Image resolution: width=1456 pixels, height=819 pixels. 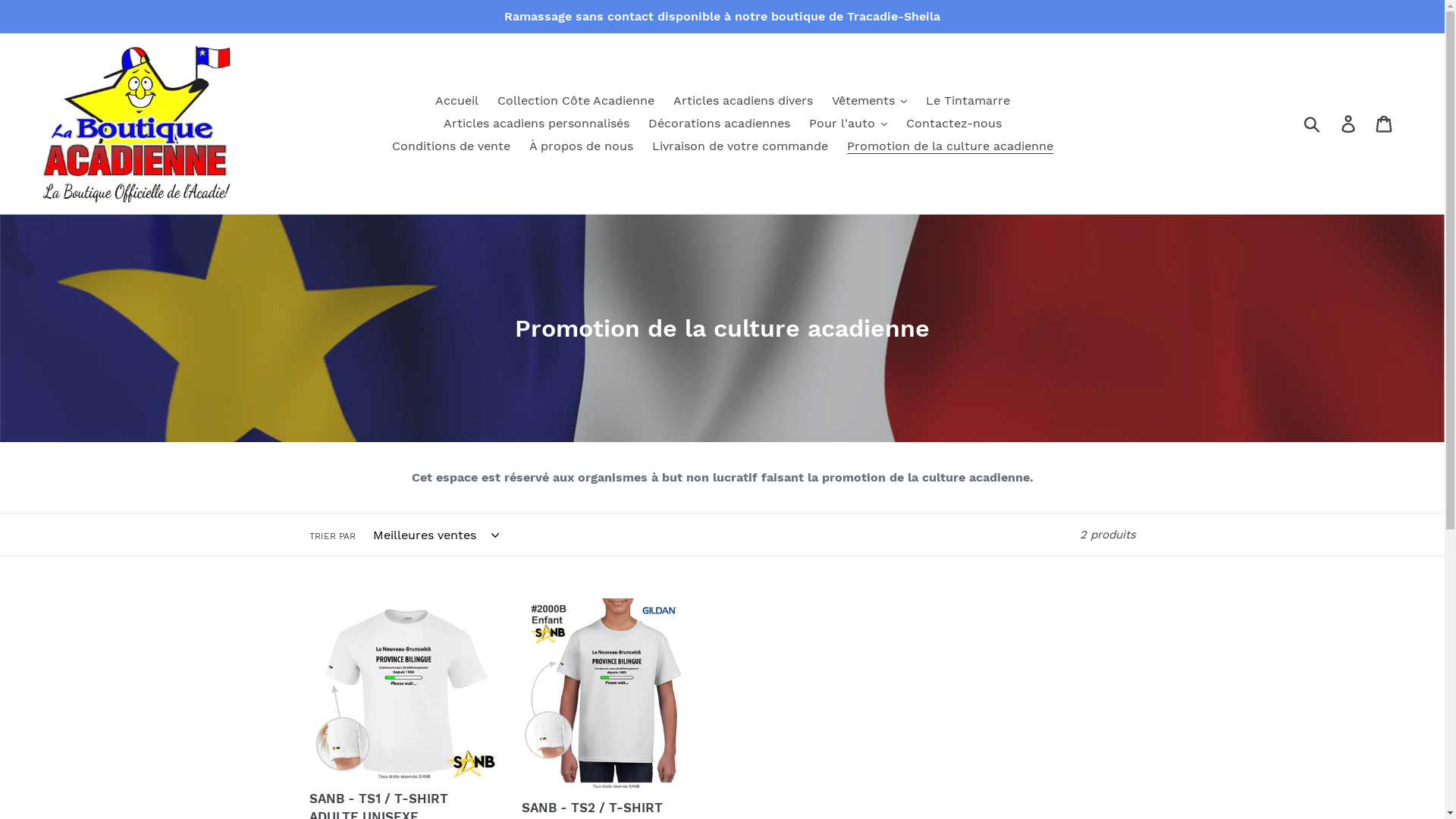 What do you see at coordinates (1349, 123) in the screenshot?
I see `'Se connecter'` at bounding box center [1349, 123].